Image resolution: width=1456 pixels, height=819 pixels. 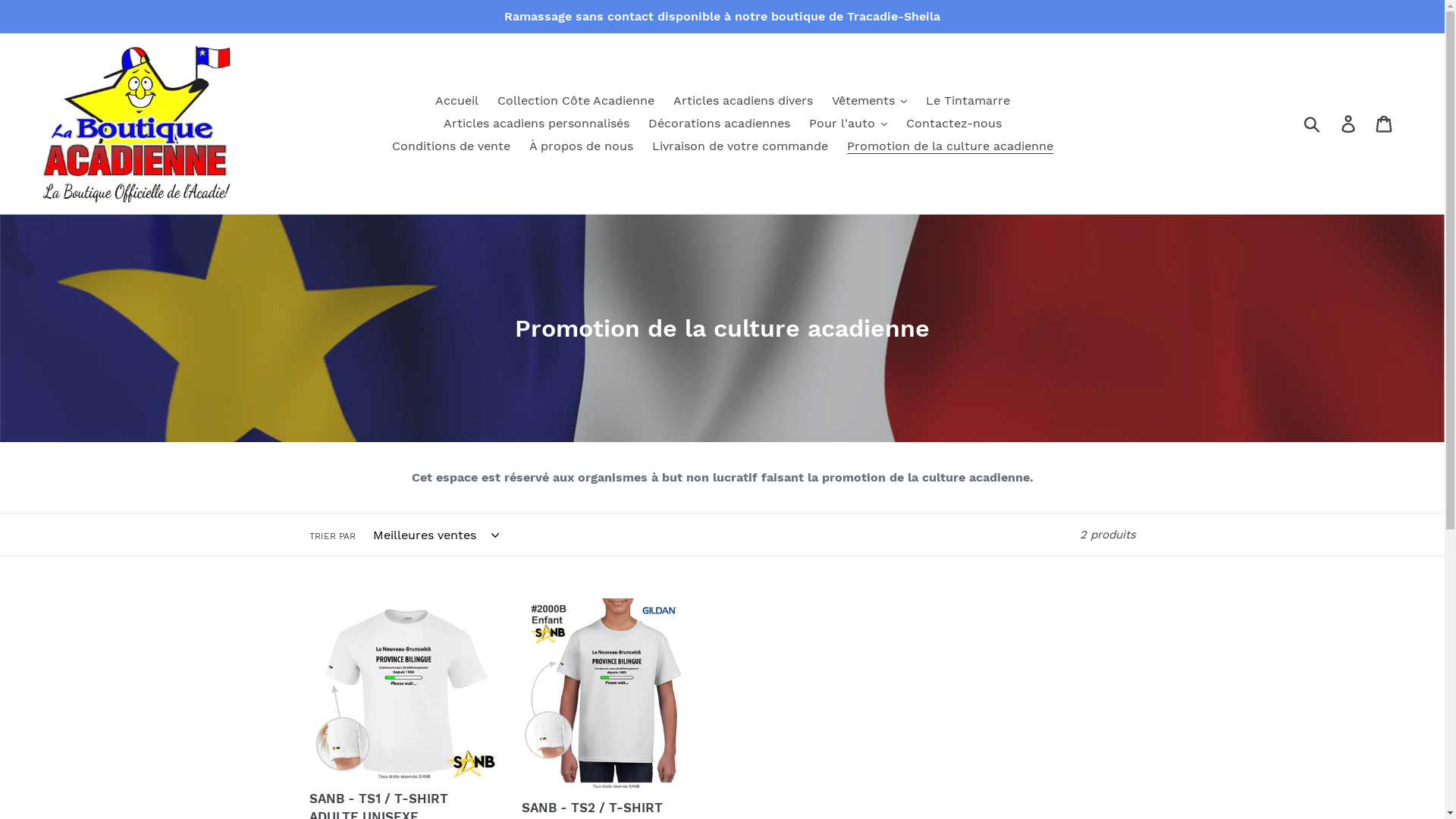 What do you see at coordinates (1349, 123) in the screenshot?
I see `'Se connecter'` at bounding box center [1349, 123].